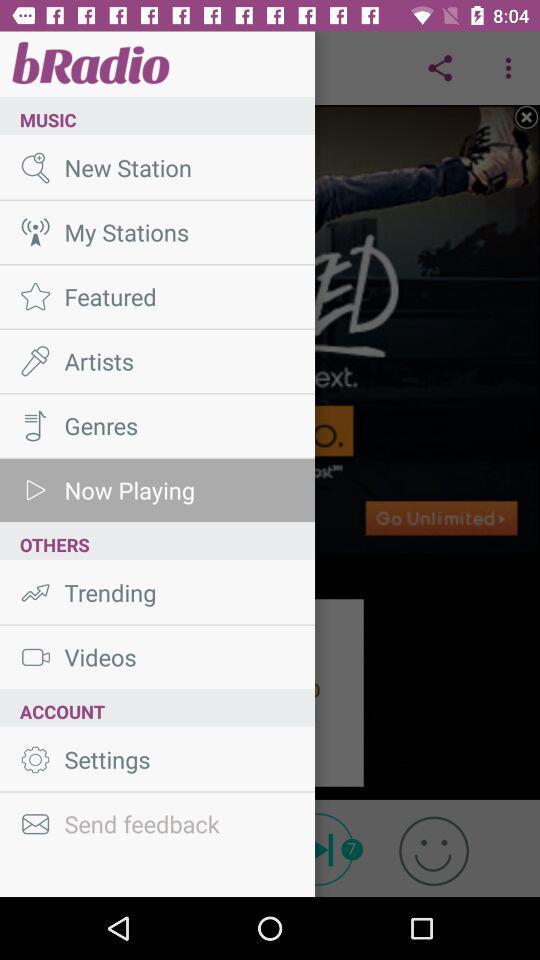 This screenshot has width=540, height=960. I want to click on the emoji icon, so click(432, 849).